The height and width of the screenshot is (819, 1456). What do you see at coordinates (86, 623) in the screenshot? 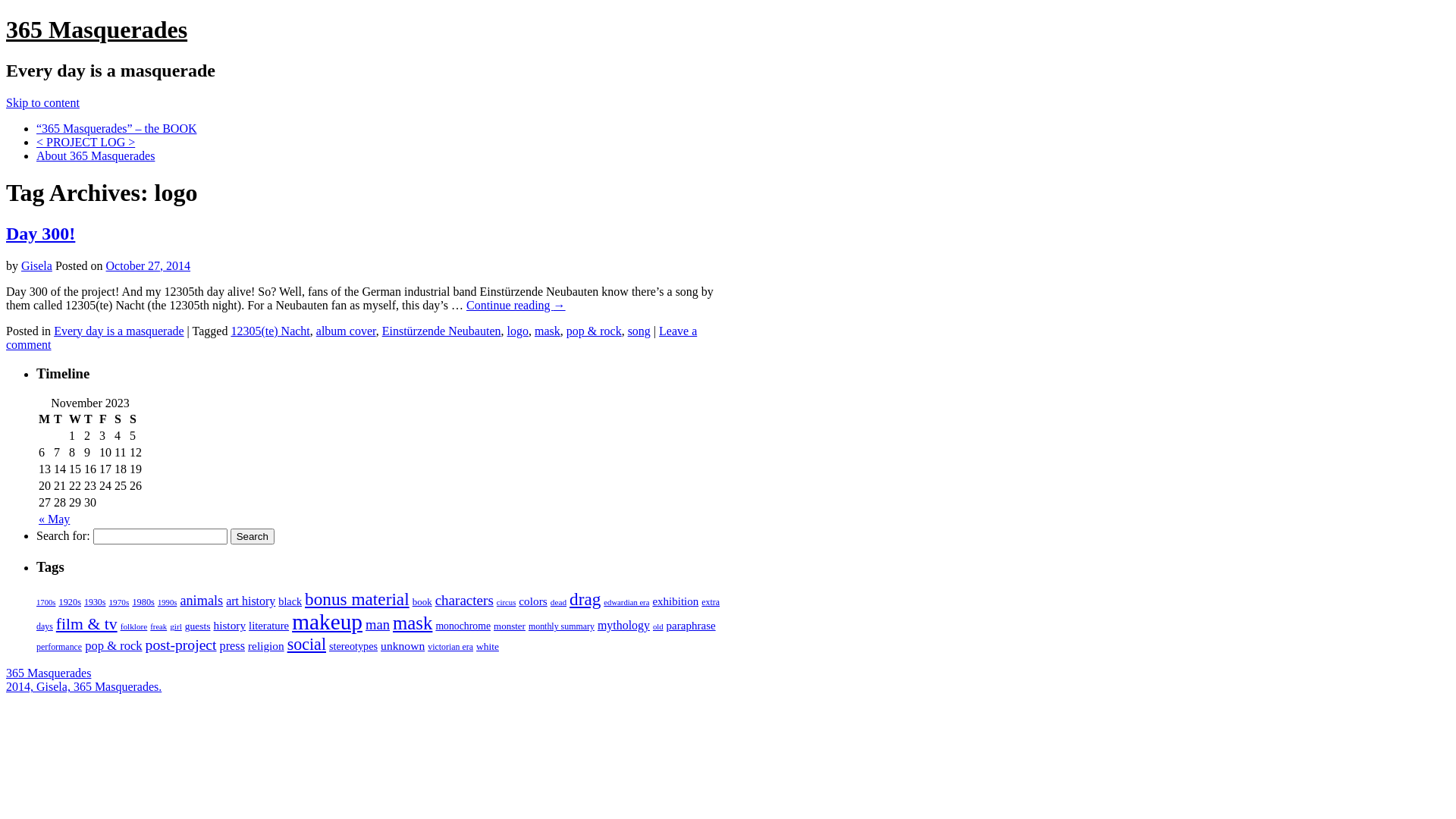
I see `'film & tv'` at bounding box center [86, 623].